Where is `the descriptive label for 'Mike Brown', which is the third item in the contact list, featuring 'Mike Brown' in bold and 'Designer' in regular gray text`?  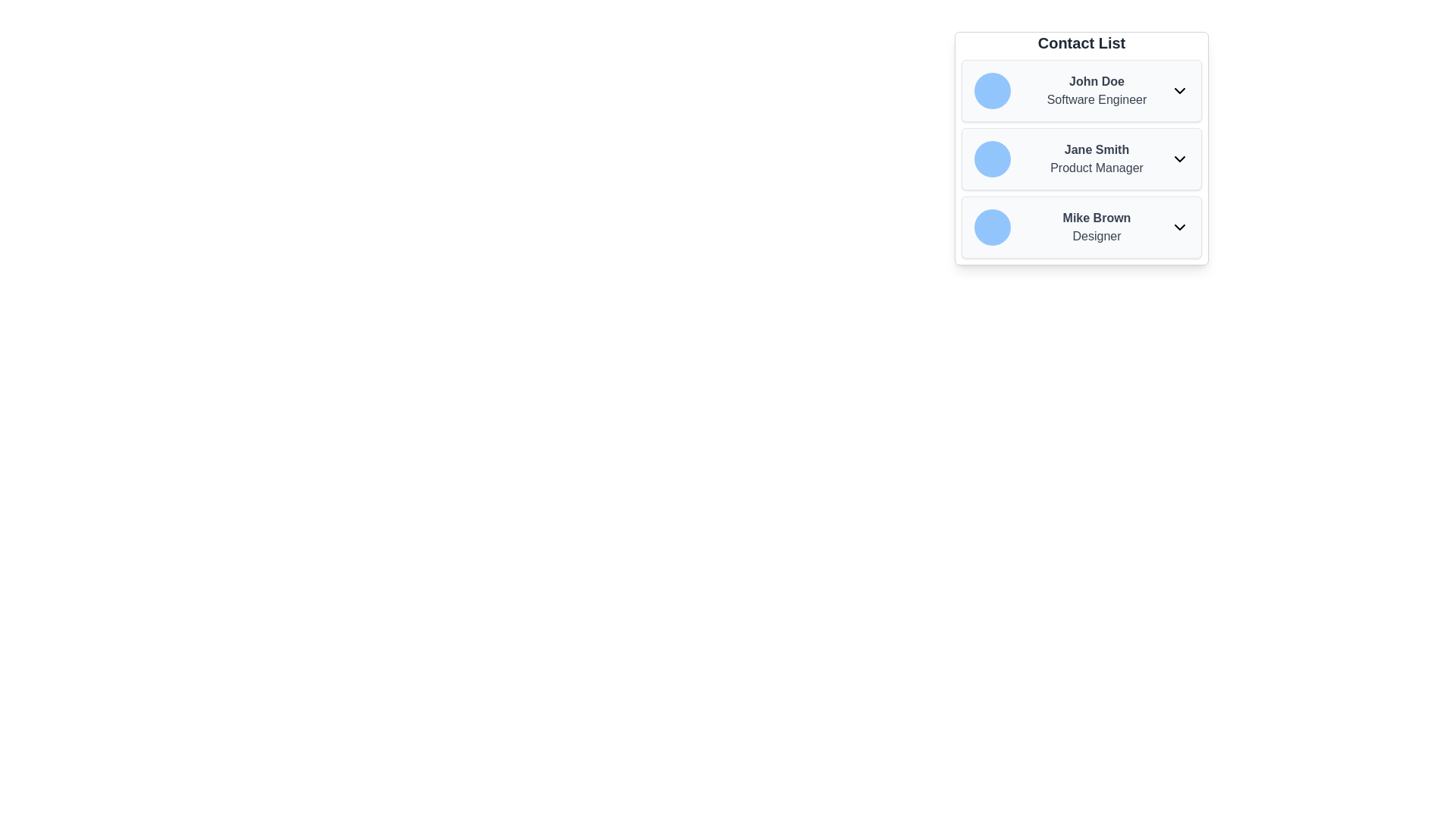 the descriptive label for 'Mike Brown', which is the third item in the contact list, featuring 'Mike Brown' in bold and 'Designer' in regular gray text is located at coordinates (1097, 227).